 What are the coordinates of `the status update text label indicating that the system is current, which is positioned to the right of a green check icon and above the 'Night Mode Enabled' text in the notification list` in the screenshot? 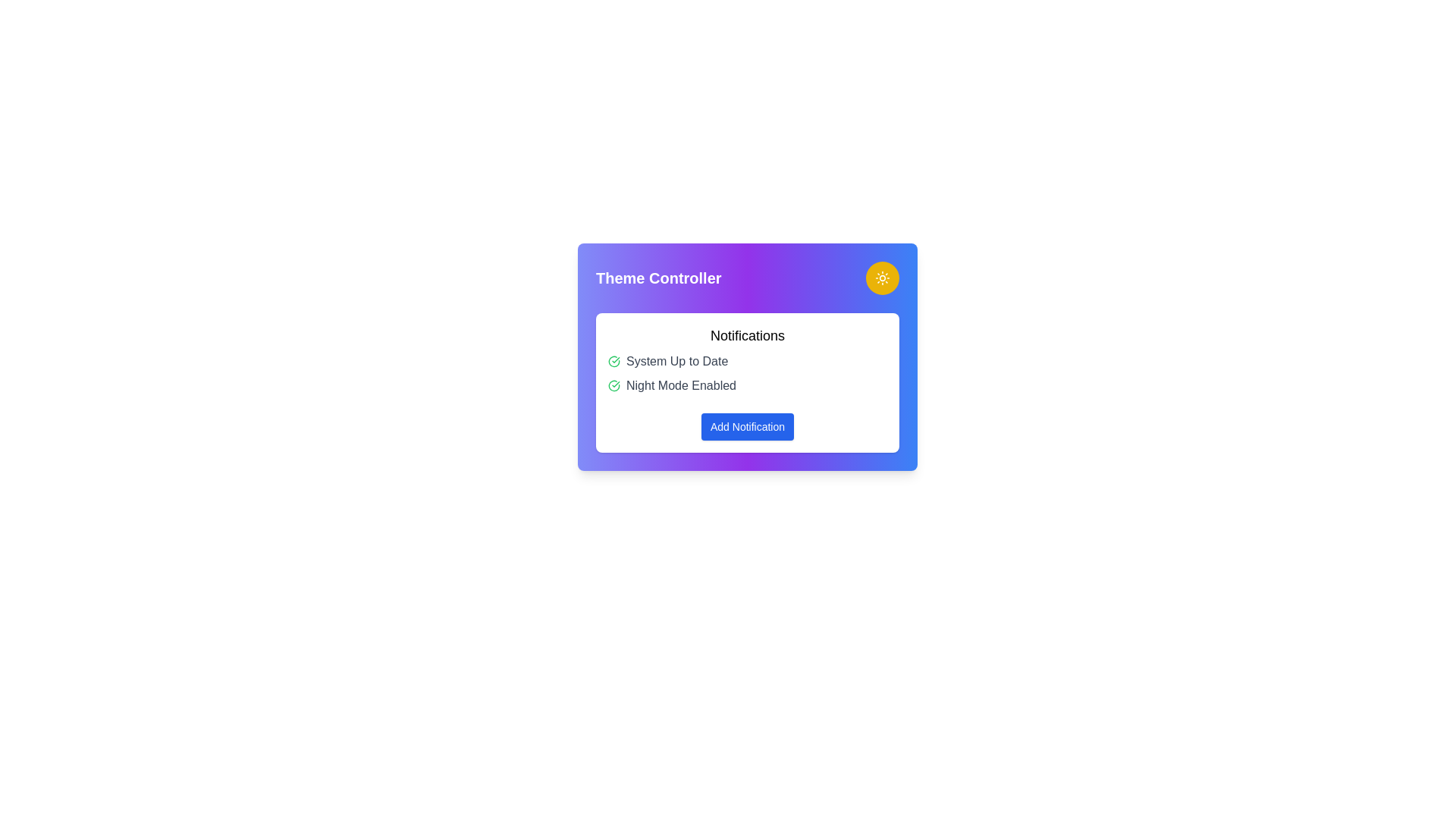 It's located at (676, 362).